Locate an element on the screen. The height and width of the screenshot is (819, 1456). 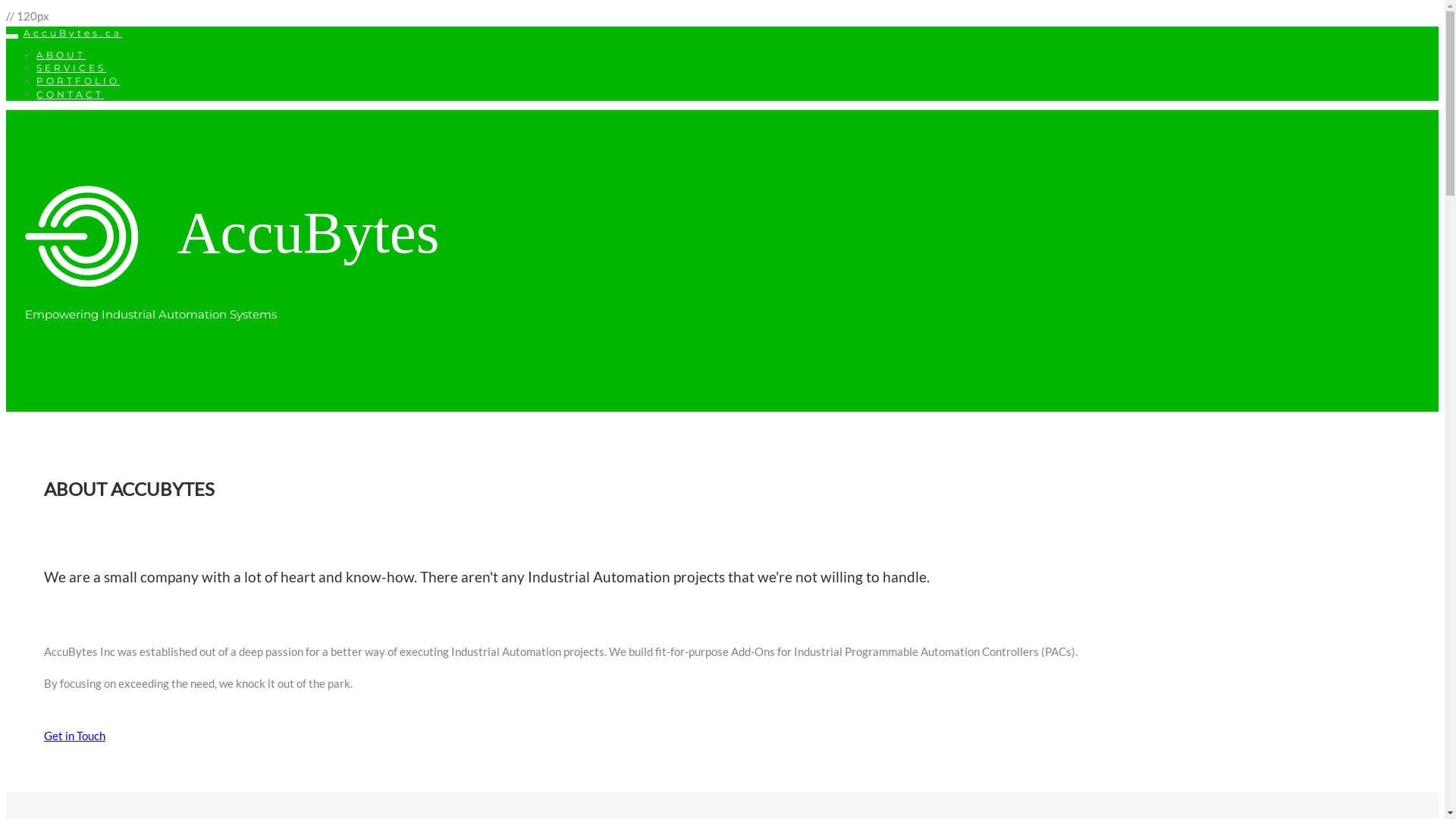
'AccuBytes.ca' is located at coordinates (72, 33).